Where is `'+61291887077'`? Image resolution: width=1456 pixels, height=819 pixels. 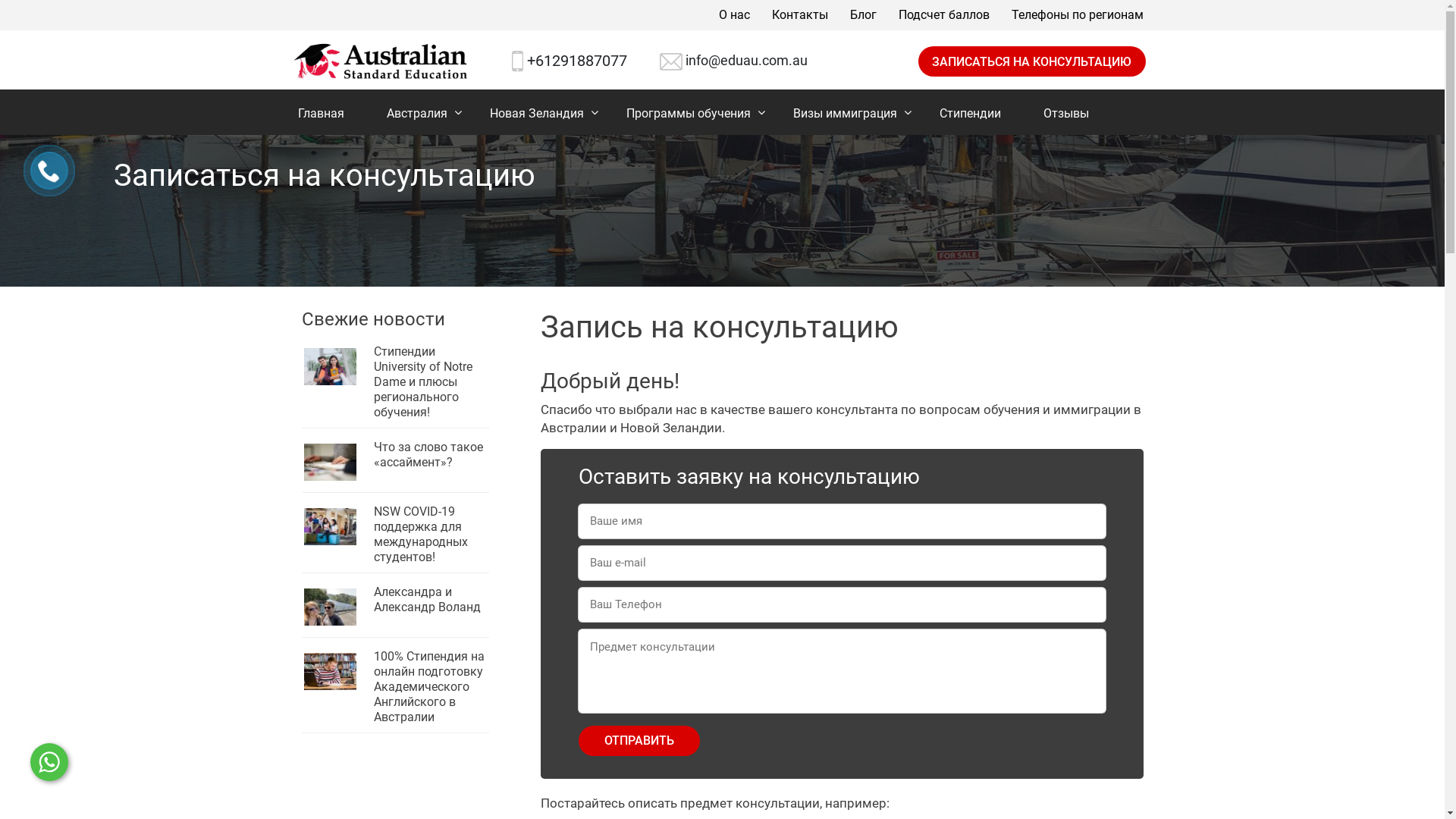
'+61291887077' is located at coordinates (576, 60).